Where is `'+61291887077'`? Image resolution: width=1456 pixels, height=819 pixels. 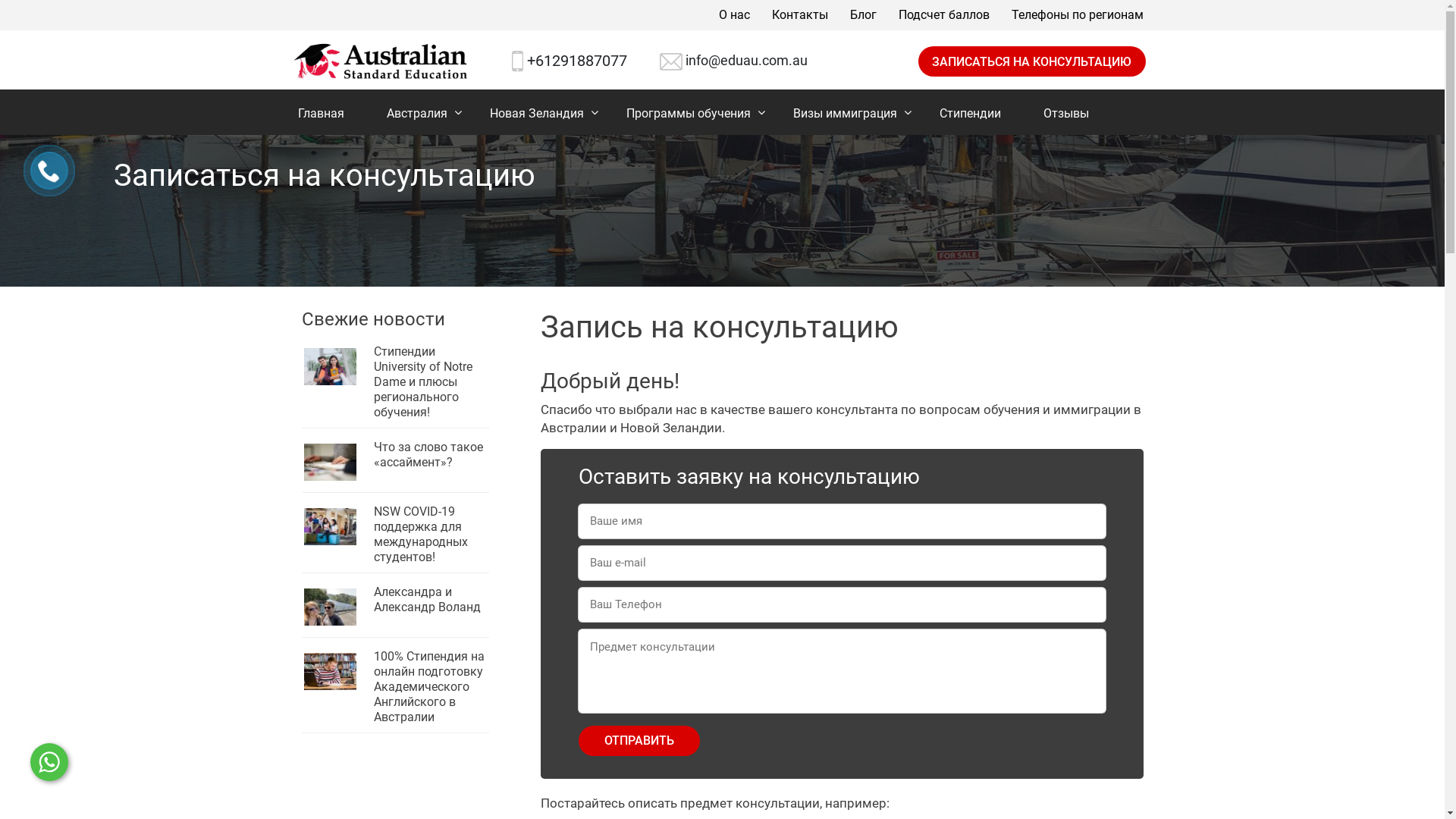
'+61291887077' is located at coordinates (576, 60).